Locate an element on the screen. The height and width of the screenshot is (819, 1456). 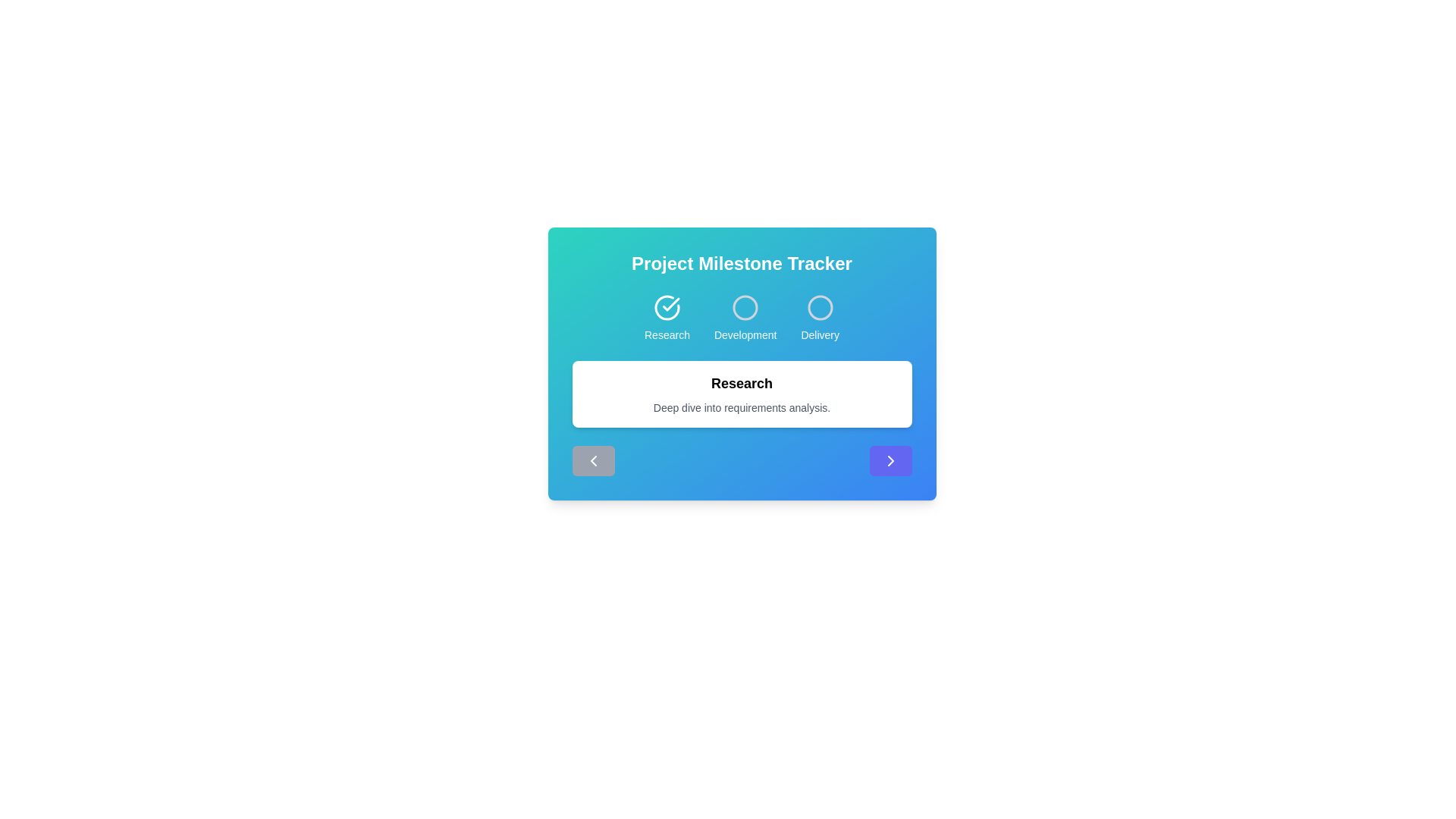
text label displaying 'Delivery' in white color against a blue background, which is positioned below a circular icon in the top-right section of the card interface is located at coordinates (819, 334).